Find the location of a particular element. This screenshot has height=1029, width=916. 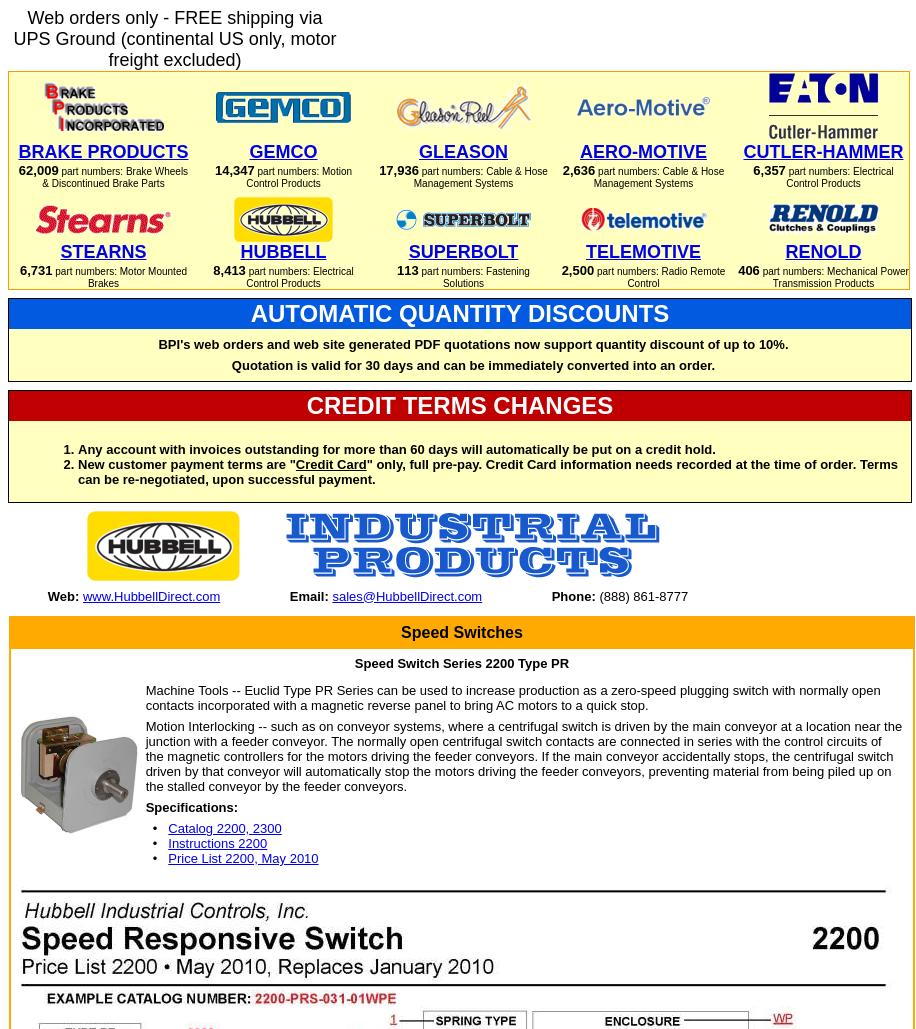

'HUBBELL' is located at coordinates (283, 251).